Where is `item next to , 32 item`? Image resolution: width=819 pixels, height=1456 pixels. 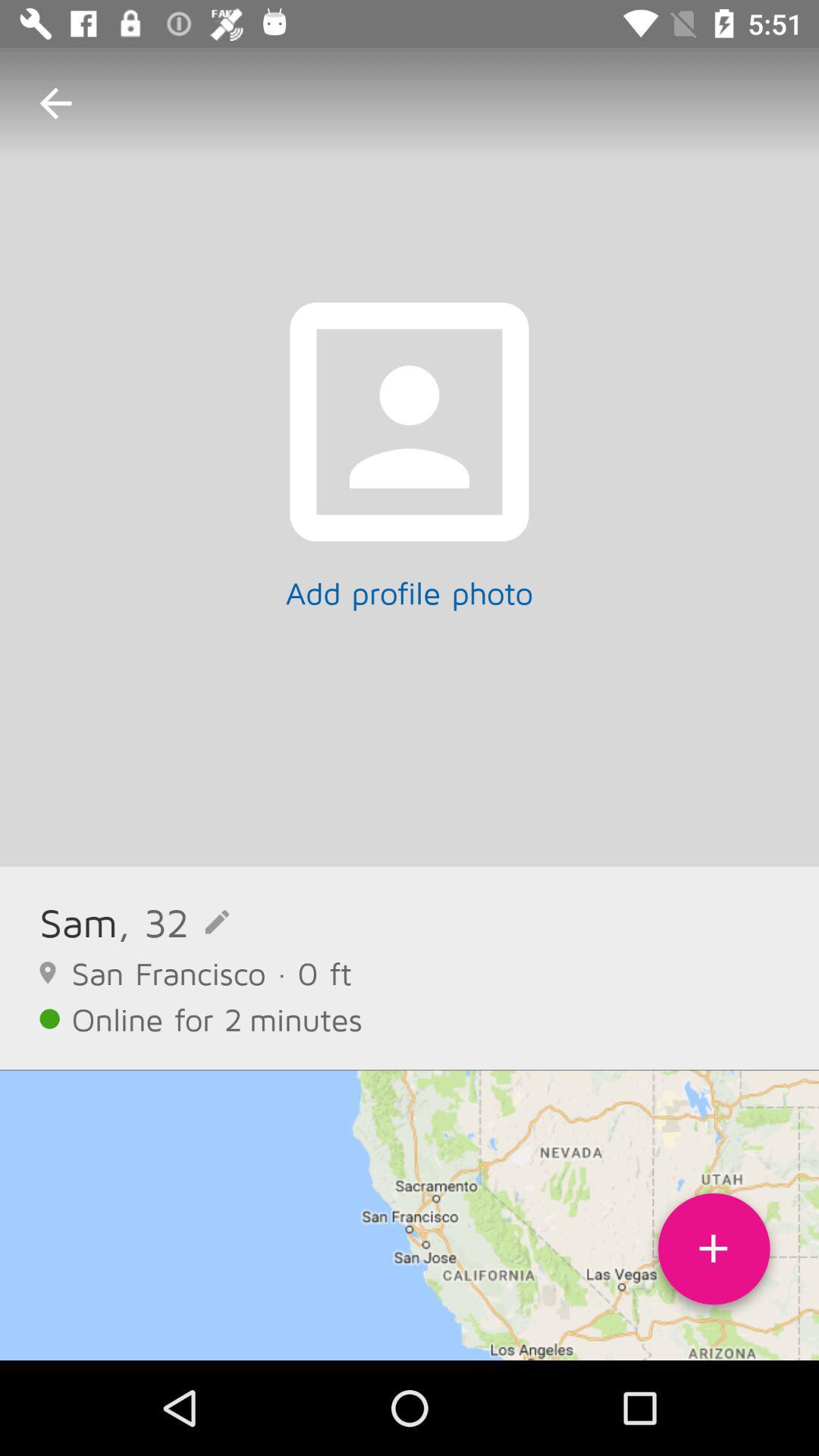
item next to , 32 item is located at coordinates (78, 921).